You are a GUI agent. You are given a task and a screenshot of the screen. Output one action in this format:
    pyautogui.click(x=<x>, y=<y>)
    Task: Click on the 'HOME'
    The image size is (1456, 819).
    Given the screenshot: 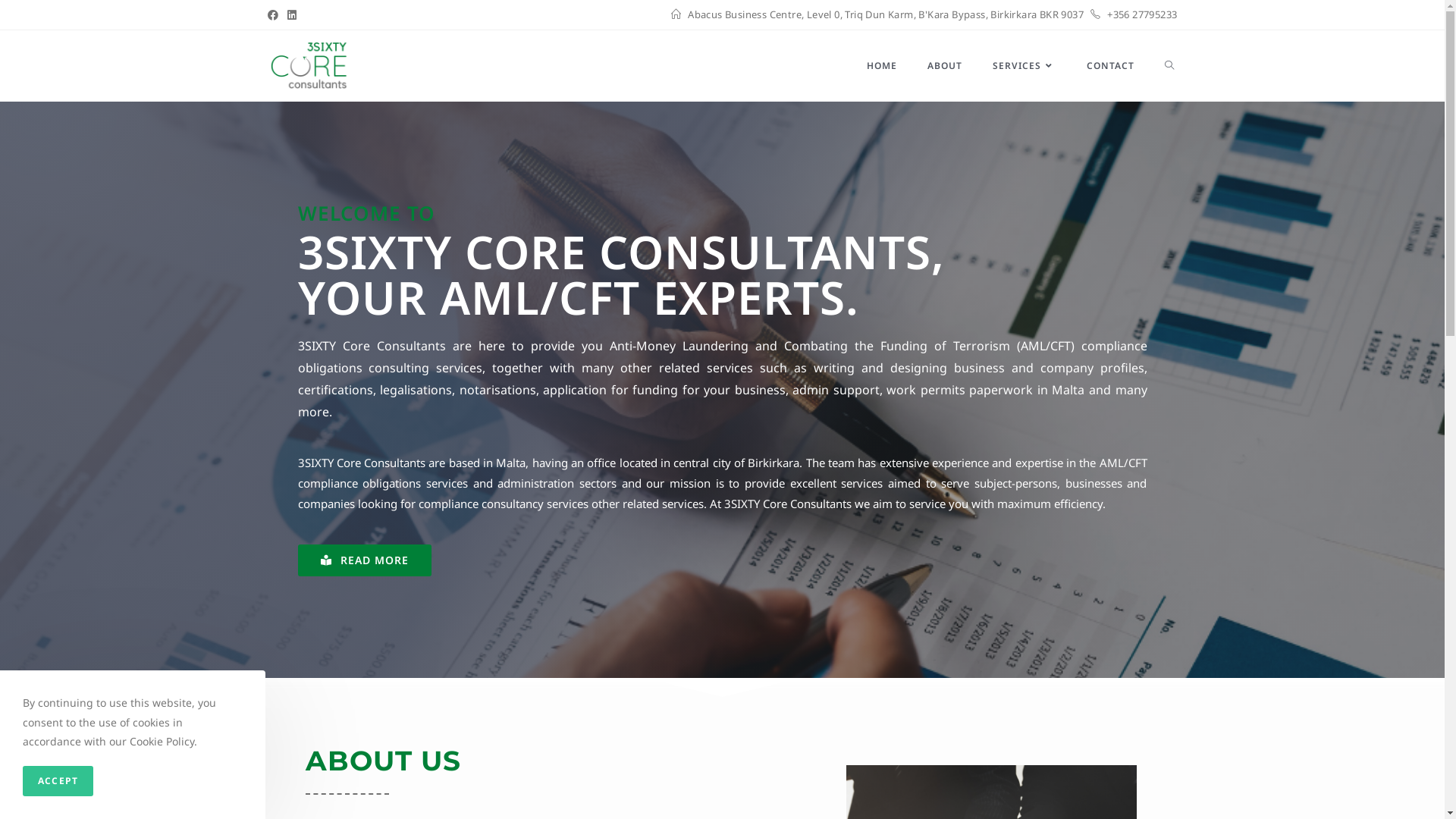 What is the action you would take?
    pyautogui.click(x=880, y=65)
    